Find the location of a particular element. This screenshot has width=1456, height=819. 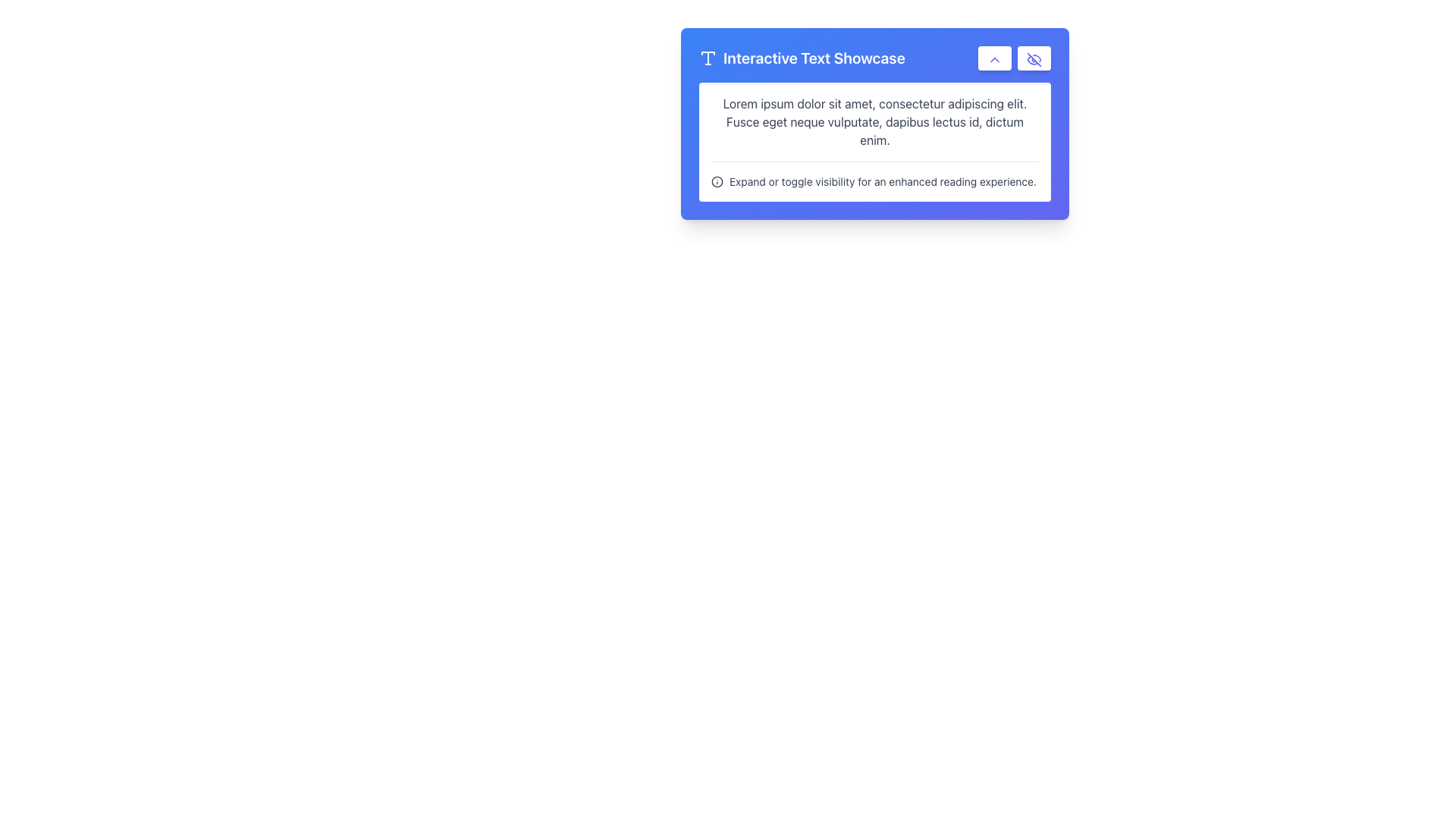

the button with an eye icon and a strike-through effect located at the top-right corner of the blue card interface is located at coordinates (1033, 58).